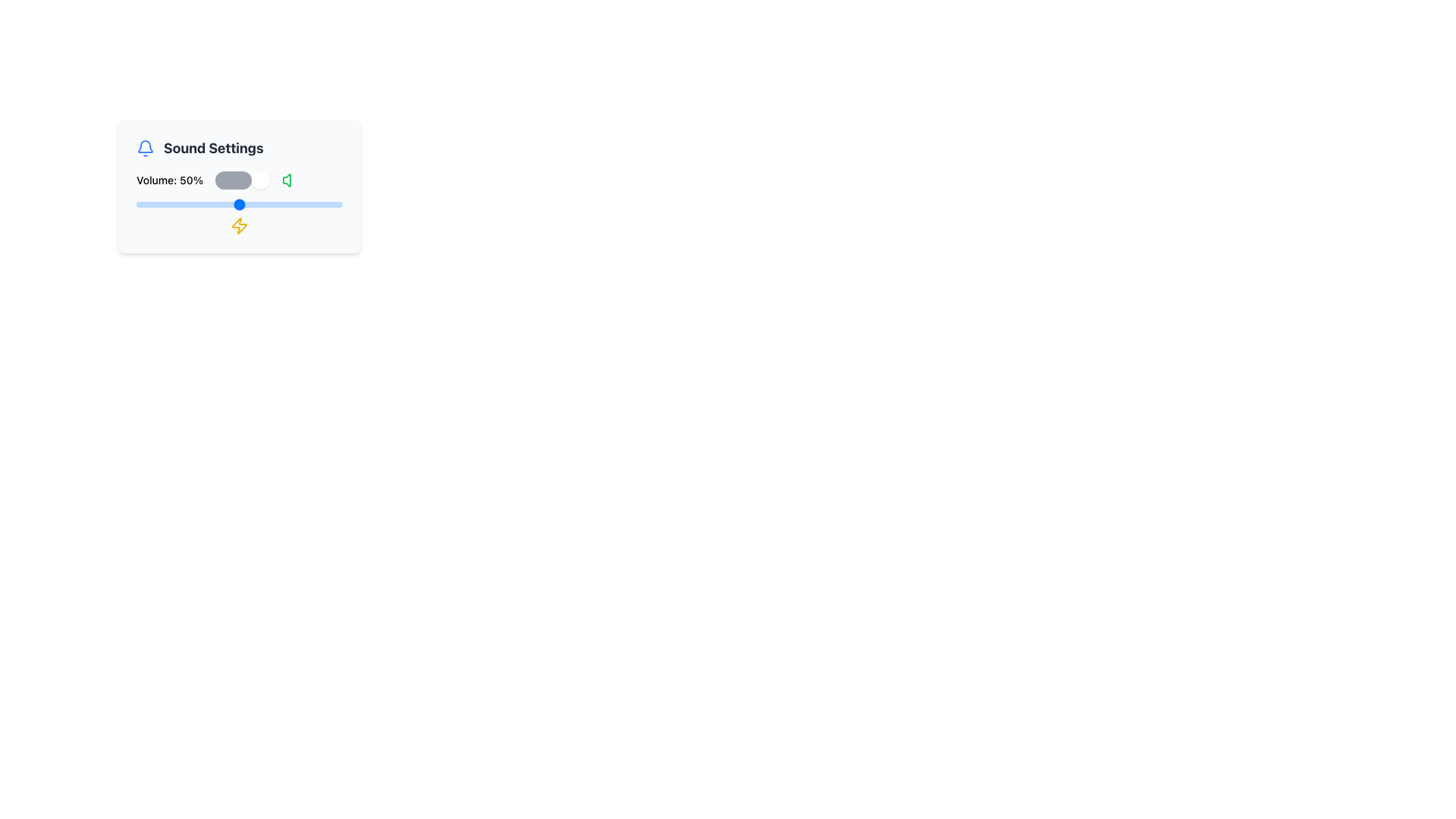 The width and height of the screenshot is (1456, 819). I want to click on the notification bell icon located near the top-right region of the interface by clicking on it, so click(146, 146).